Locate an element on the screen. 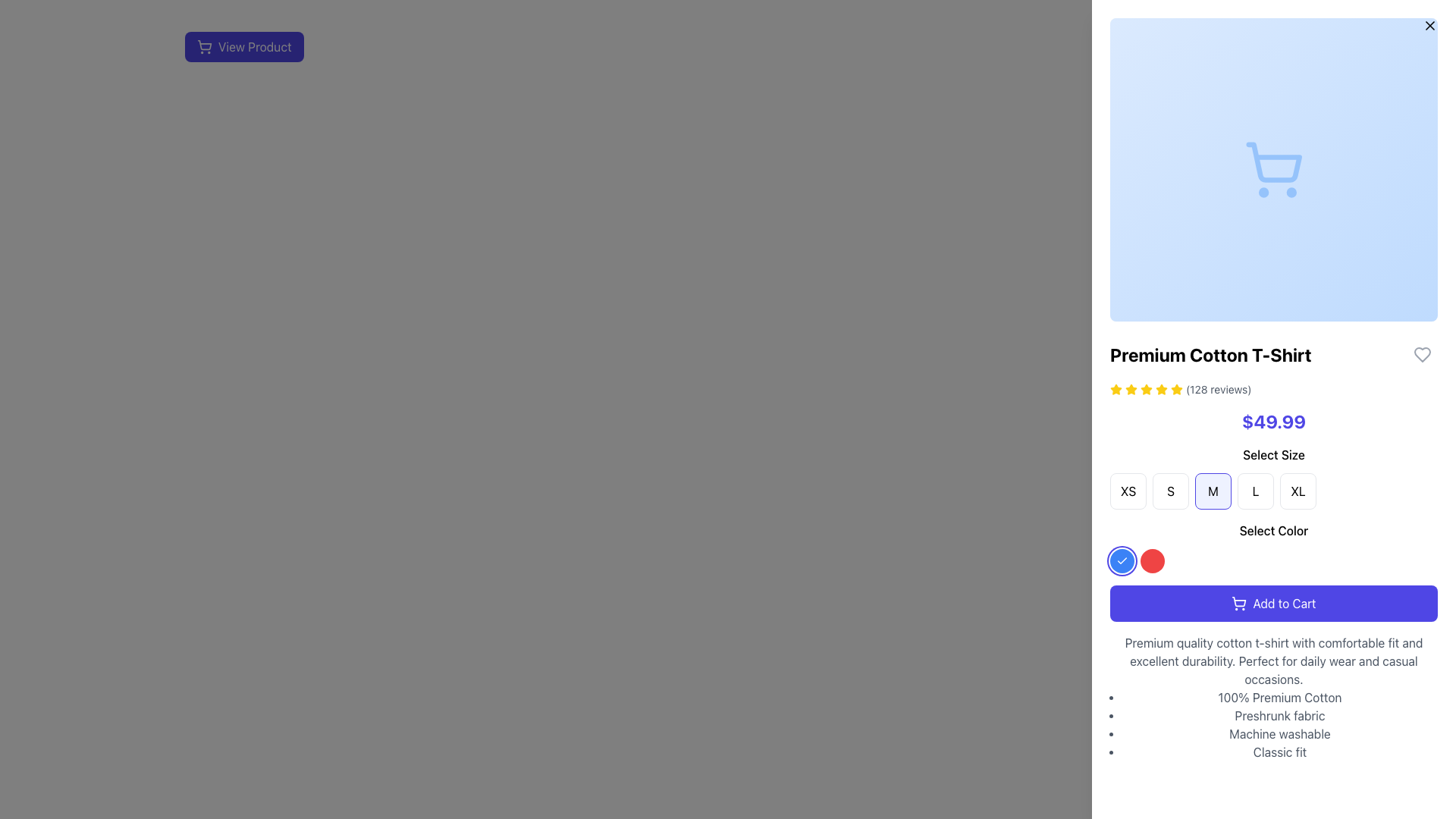 The image size is (1456, 819). the fifth star icon in the rating display for the 'Premium Cotton T-Shirt', which is bright yellow and part of a sequence of six stars is located at coordinates (1147, 388).